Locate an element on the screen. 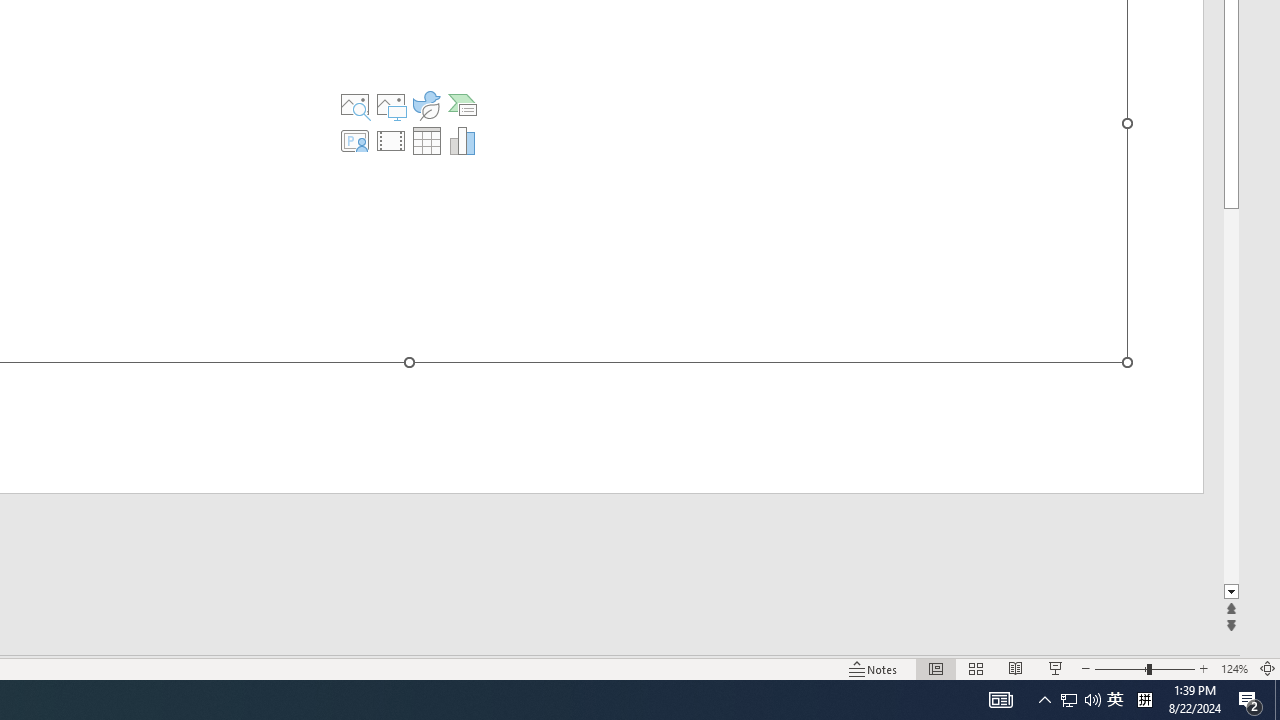  'Insert a SmartArt Graphic' is located at coordinates (461, 105).